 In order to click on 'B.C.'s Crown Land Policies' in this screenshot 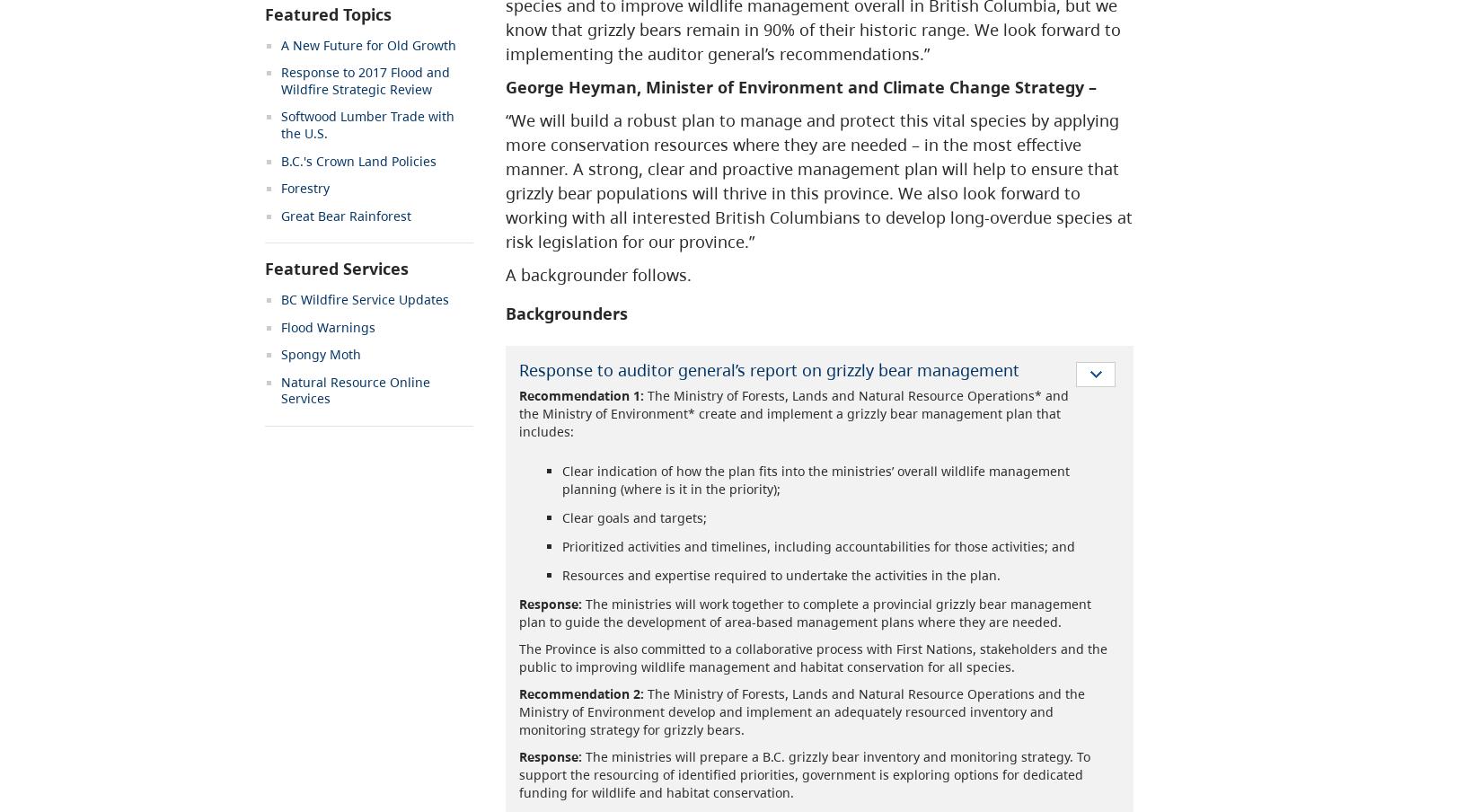, I will do `click(358, 160)`.